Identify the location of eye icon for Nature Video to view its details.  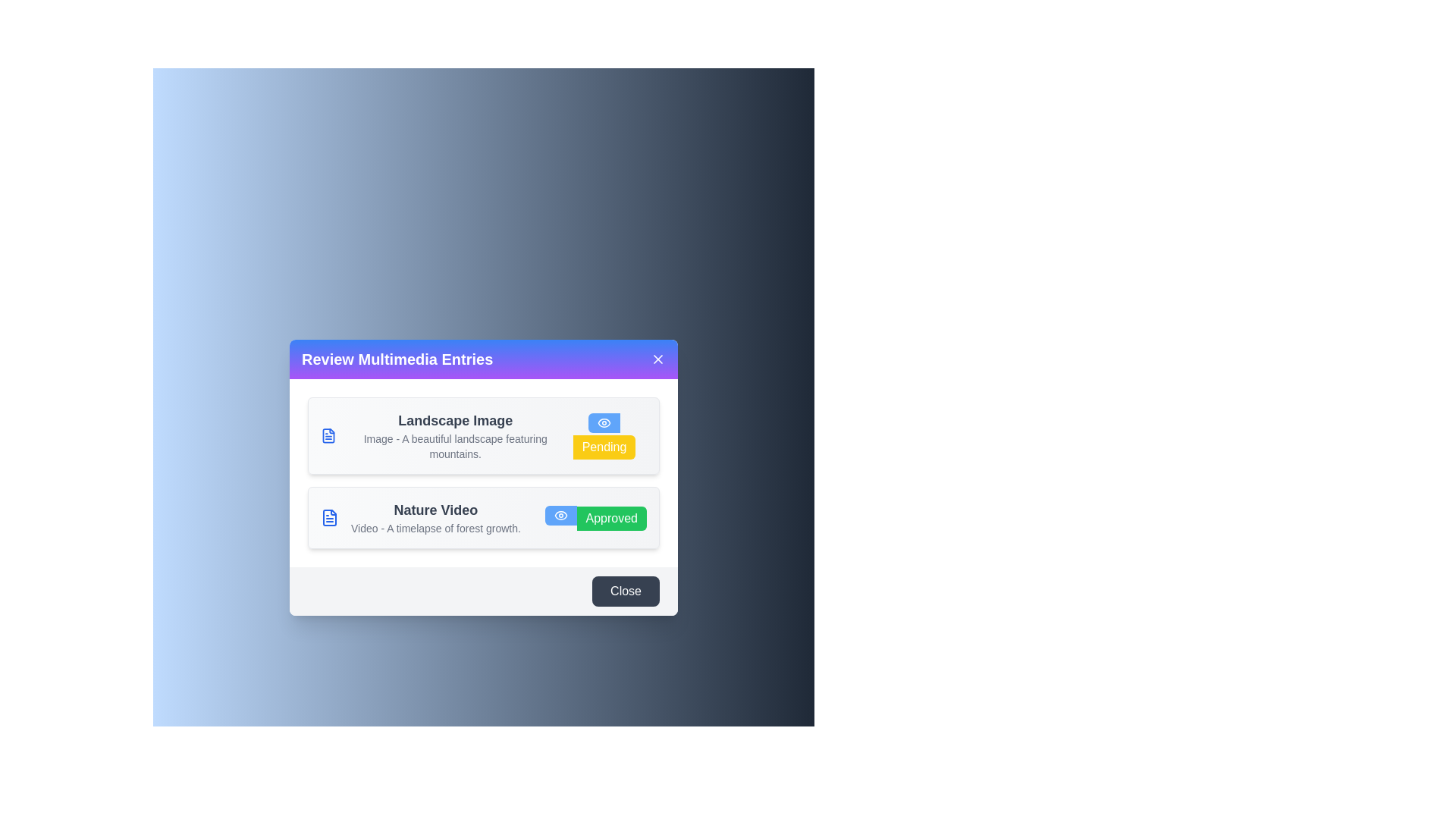
(560, 514).